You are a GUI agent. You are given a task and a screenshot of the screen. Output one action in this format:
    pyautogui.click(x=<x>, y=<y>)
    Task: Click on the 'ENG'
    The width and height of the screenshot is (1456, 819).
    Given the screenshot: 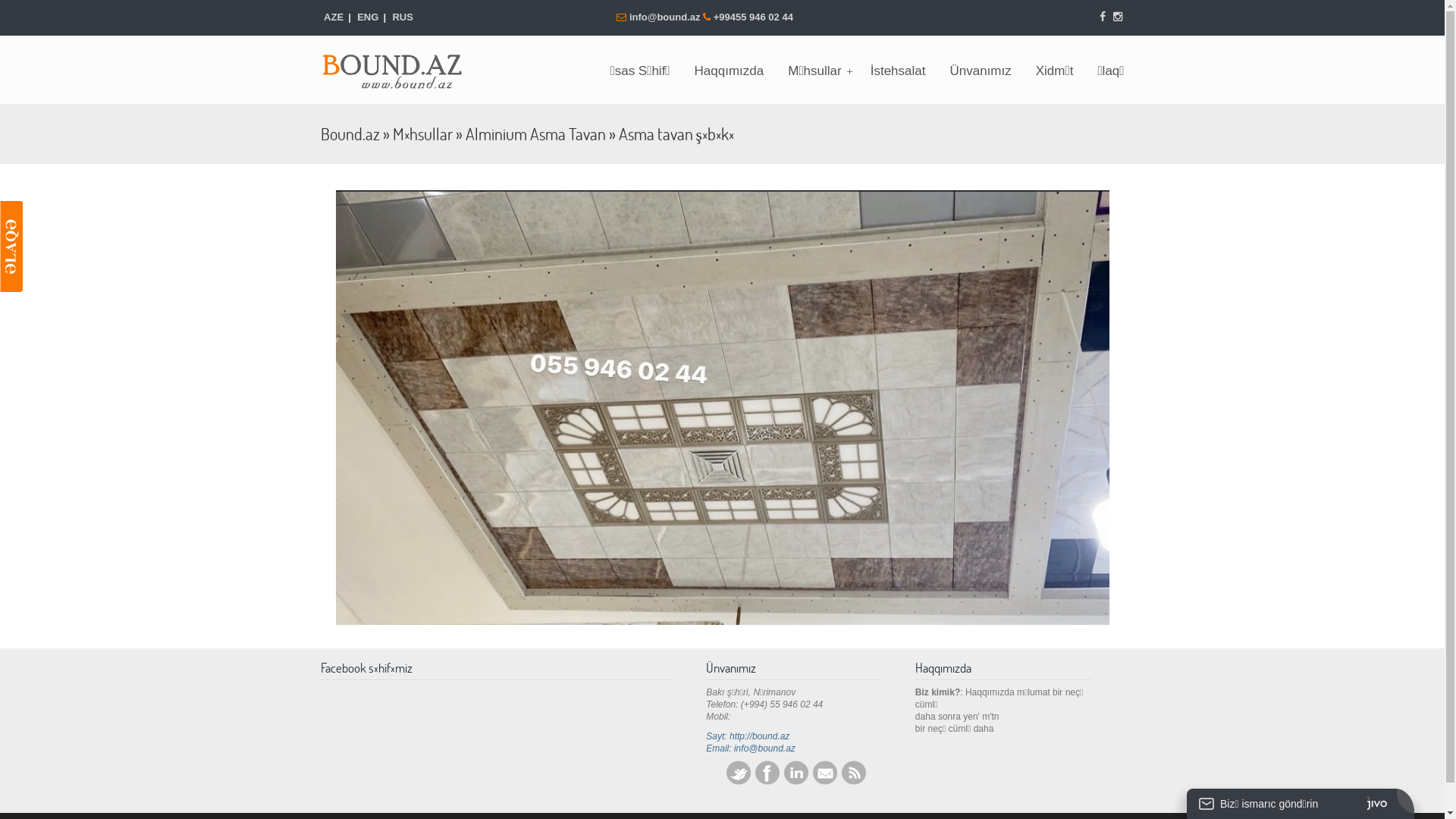 What is the action you would take?
    pyautogui.click(x=368, y=17)
    